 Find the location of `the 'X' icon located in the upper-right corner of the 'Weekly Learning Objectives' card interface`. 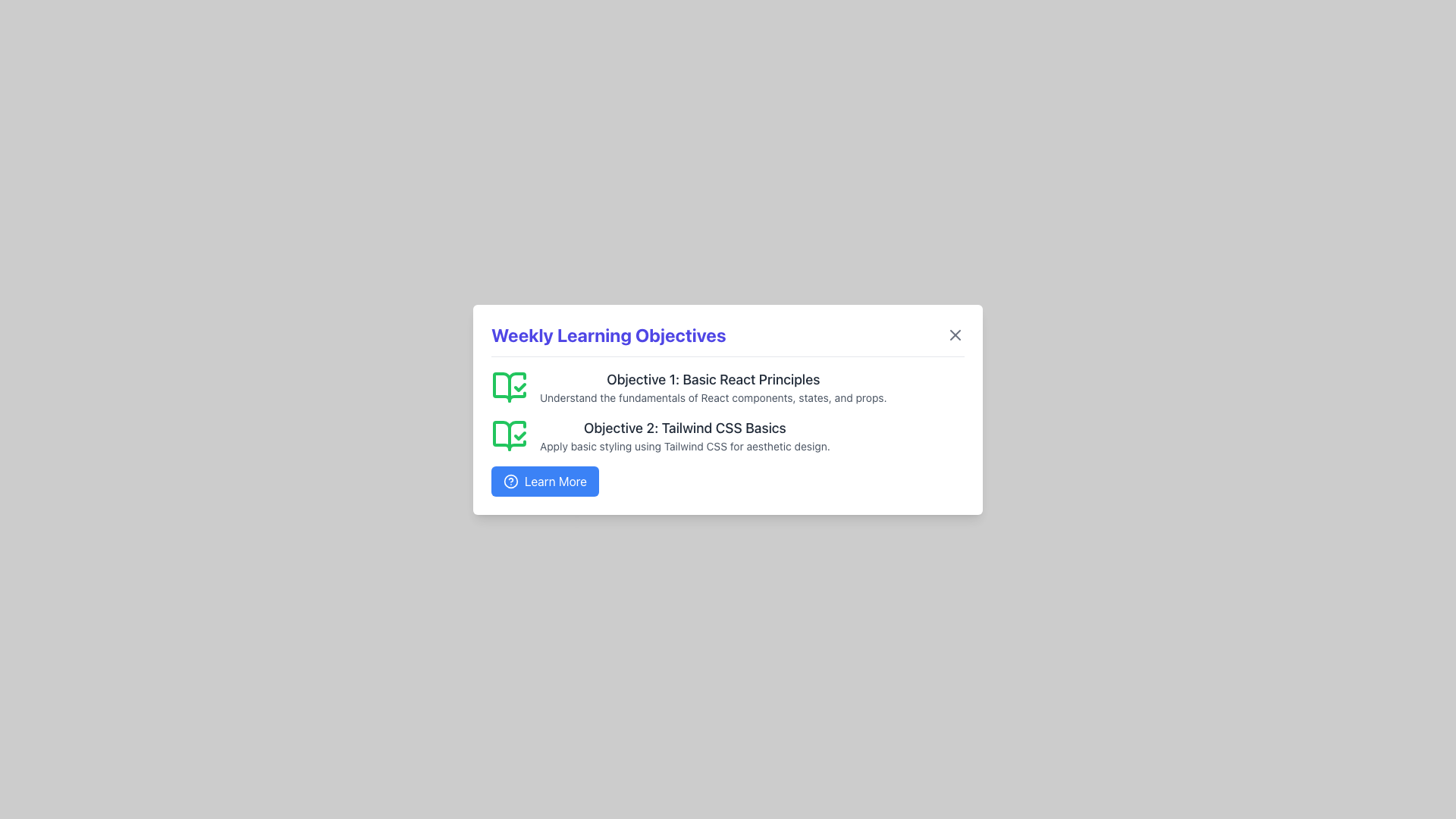

the 'X' icon located in the upper-right corner of the 'Weekly Learning Objectives' card interface is located at coordinates (954, 334).